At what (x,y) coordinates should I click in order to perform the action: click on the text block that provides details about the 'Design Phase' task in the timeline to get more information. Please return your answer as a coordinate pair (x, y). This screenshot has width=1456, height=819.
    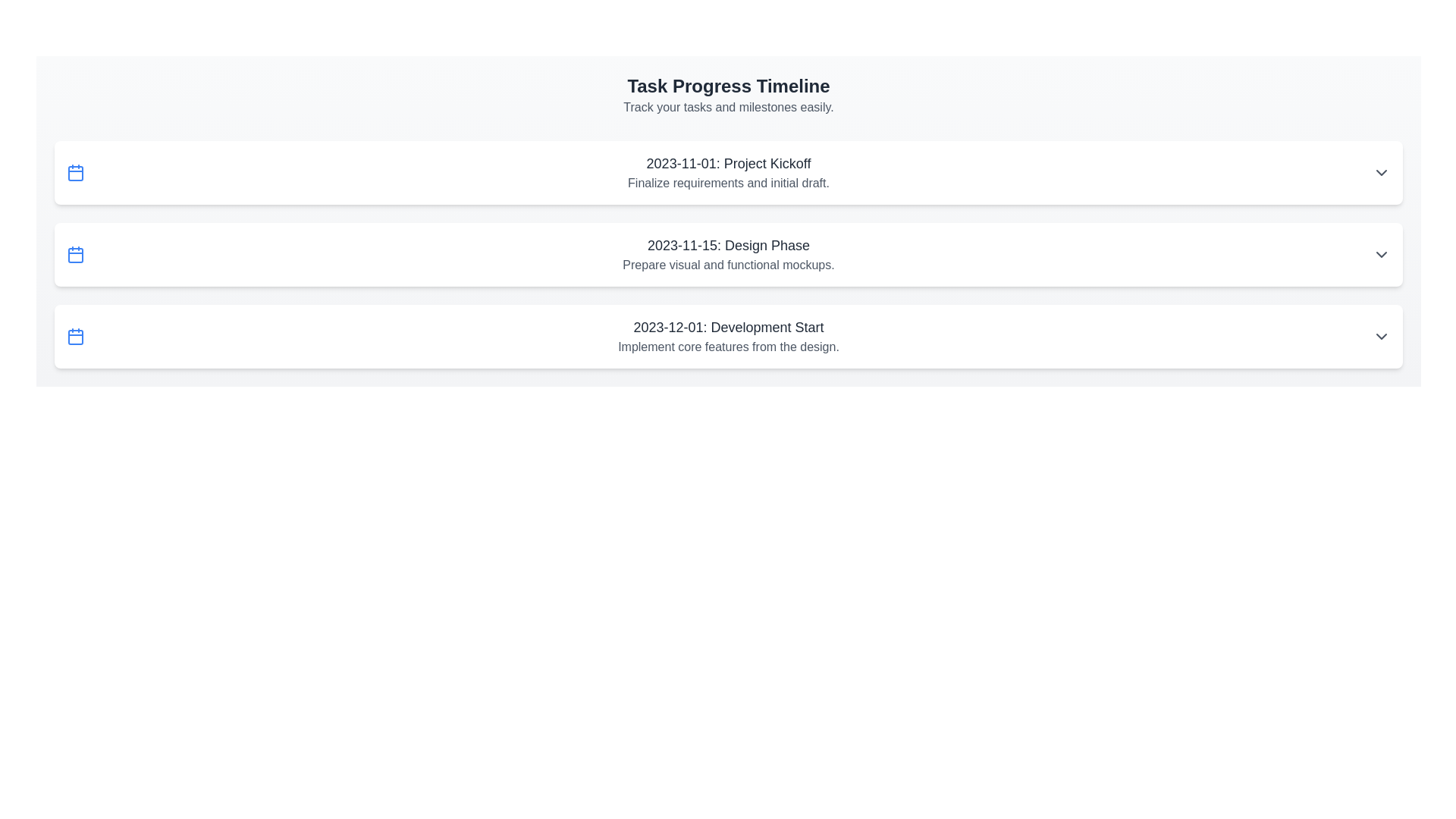
    Looking at the image, I should click on (728, 253).